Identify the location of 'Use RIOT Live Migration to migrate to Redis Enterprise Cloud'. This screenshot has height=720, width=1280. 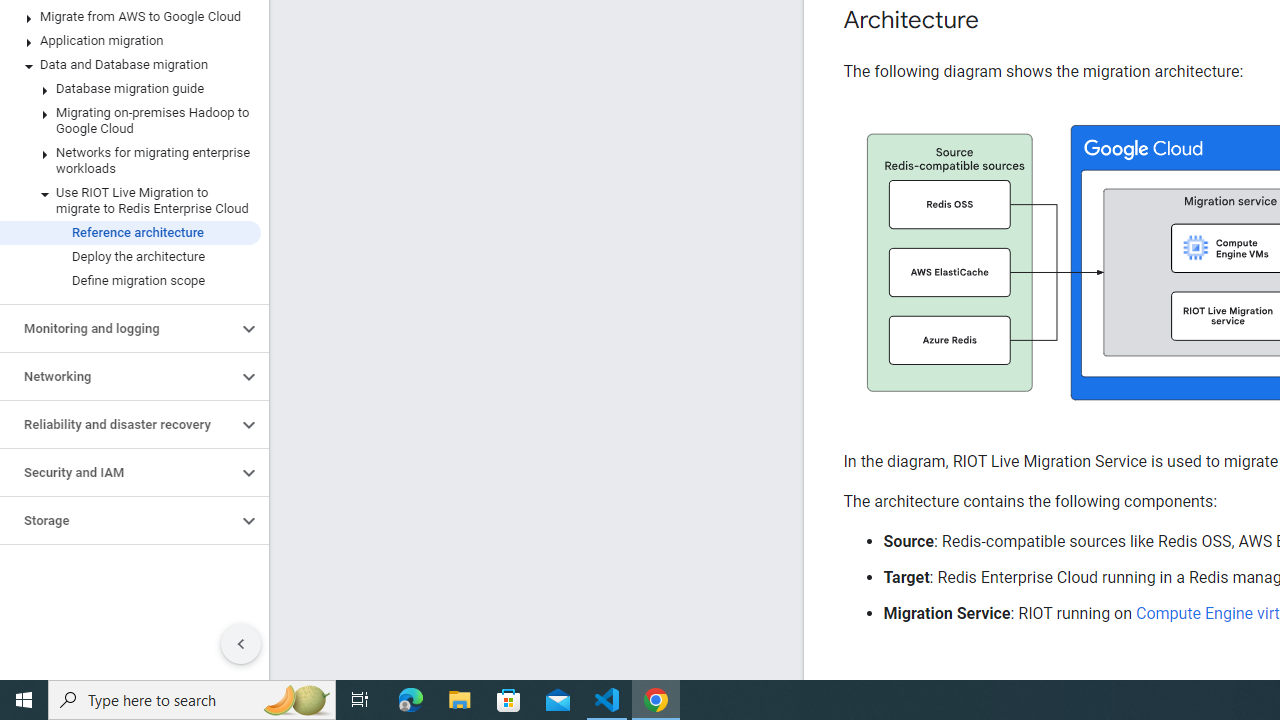
(129, 200).